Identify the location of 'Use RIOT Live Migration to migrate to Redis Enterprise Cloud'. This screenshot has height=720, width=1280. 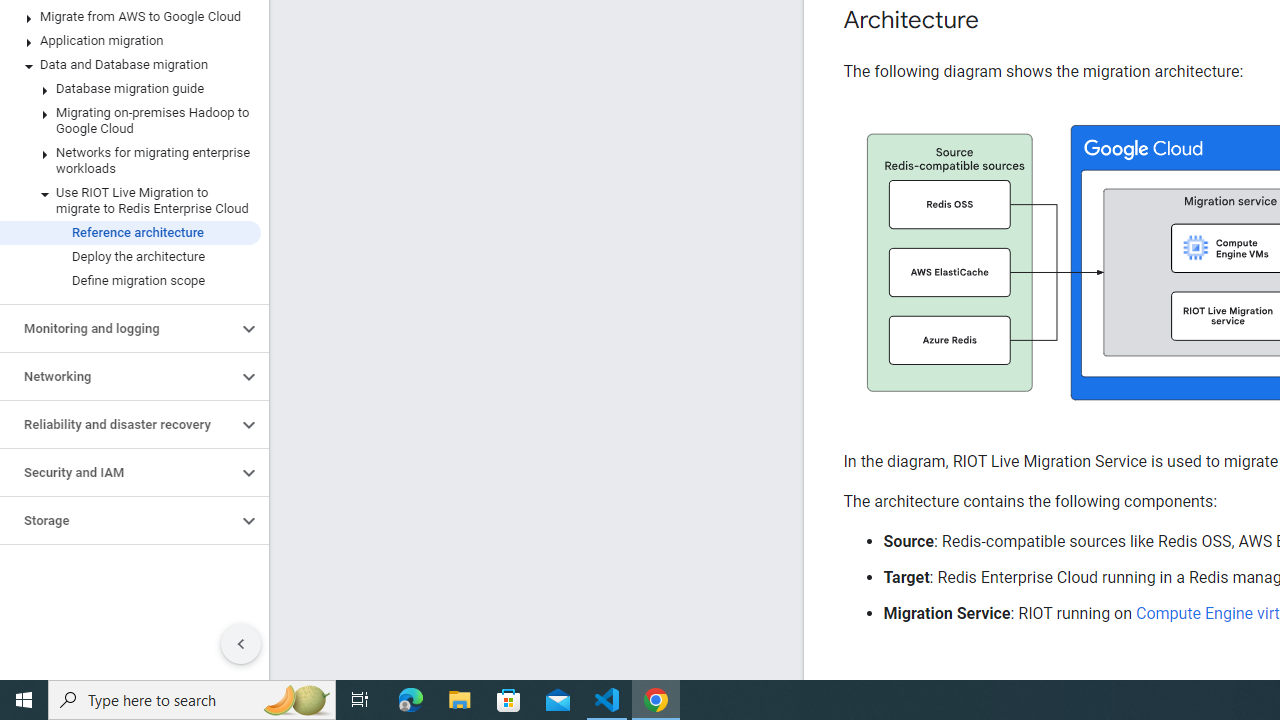
(129, 200).